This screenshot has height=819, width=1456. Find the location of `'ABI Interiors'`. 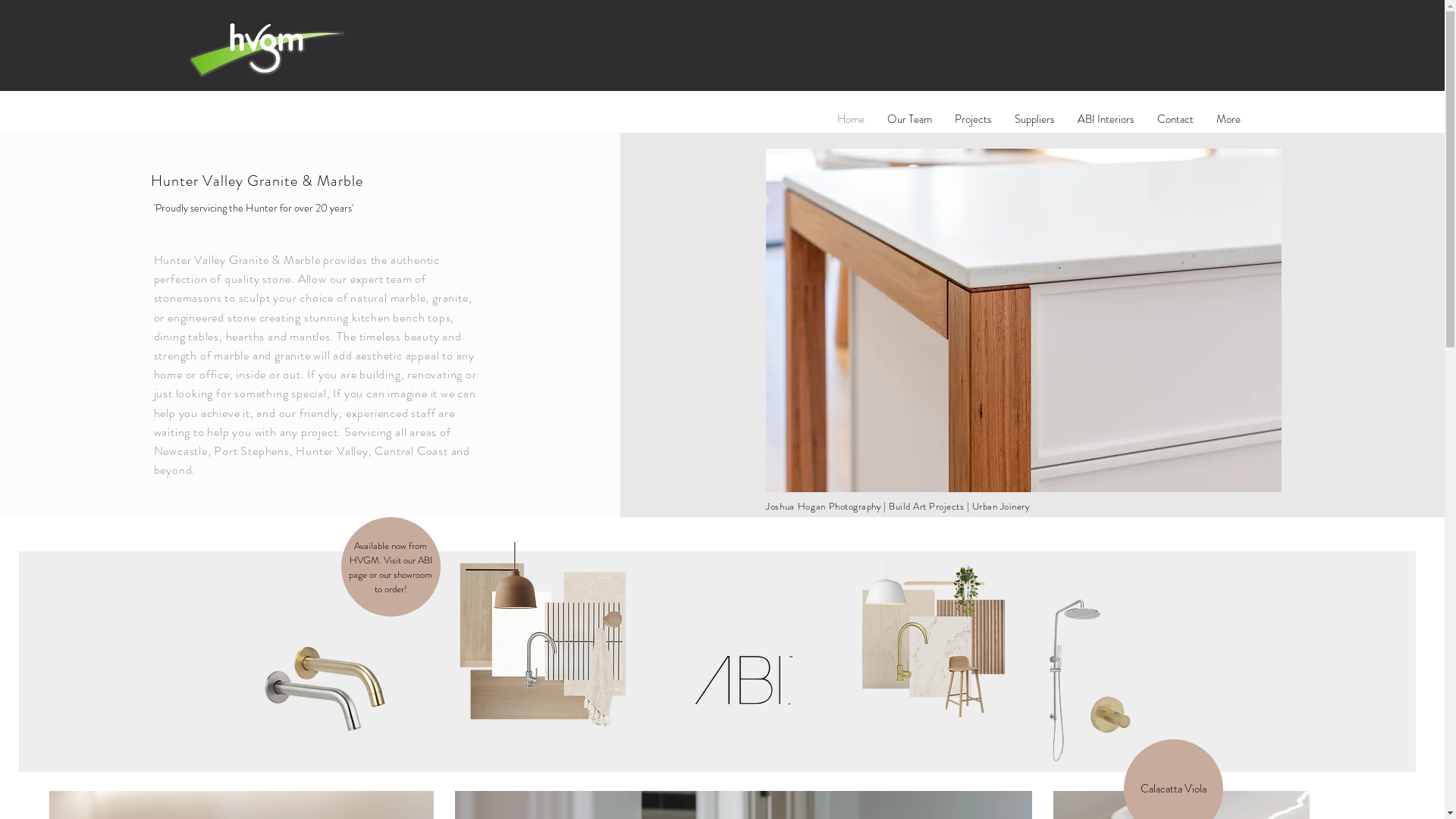

'ABI Interiors' is located at coordinates (1106, 118).